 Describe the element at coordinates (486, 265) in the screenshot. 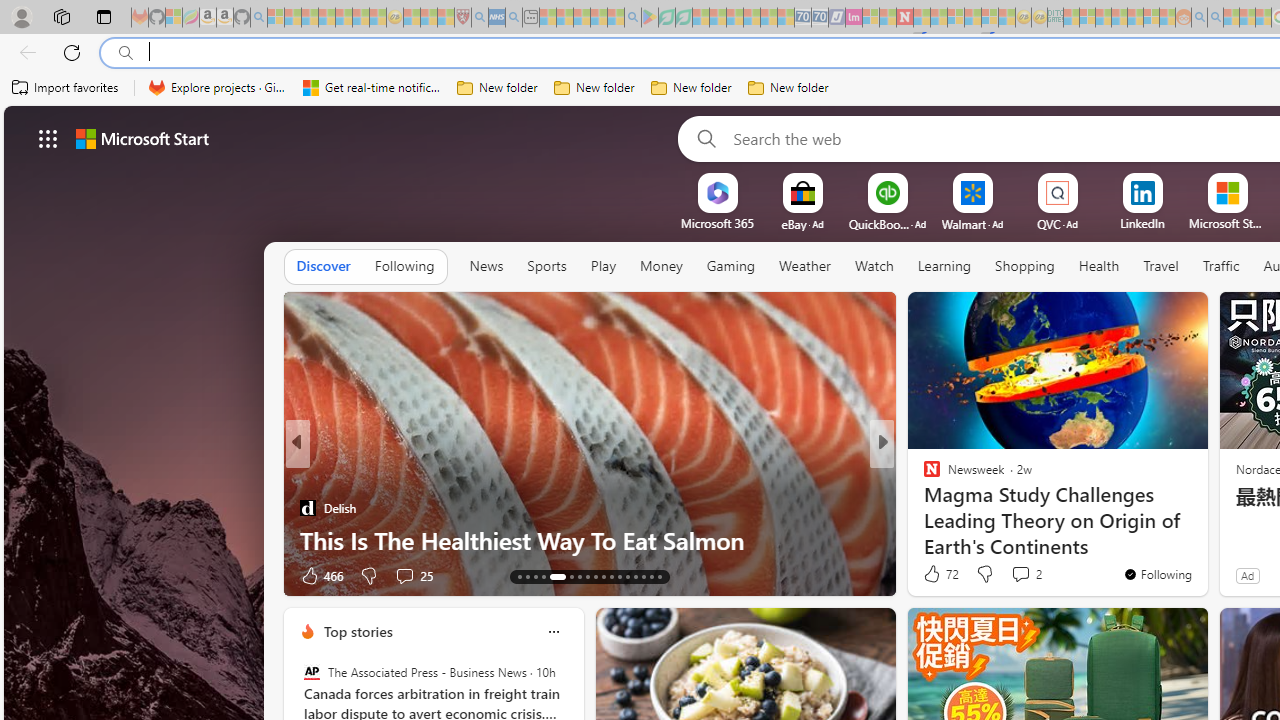

I see `'News'` at that location.